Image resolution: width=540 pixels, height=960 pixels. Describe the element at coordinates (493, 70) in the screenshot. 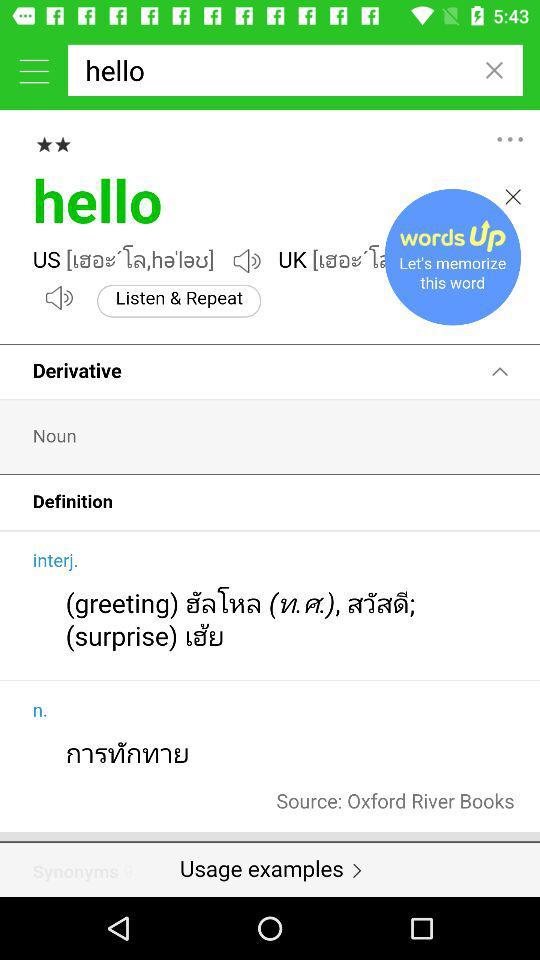

I see `the 1st close icon in the top left corner` at that location.